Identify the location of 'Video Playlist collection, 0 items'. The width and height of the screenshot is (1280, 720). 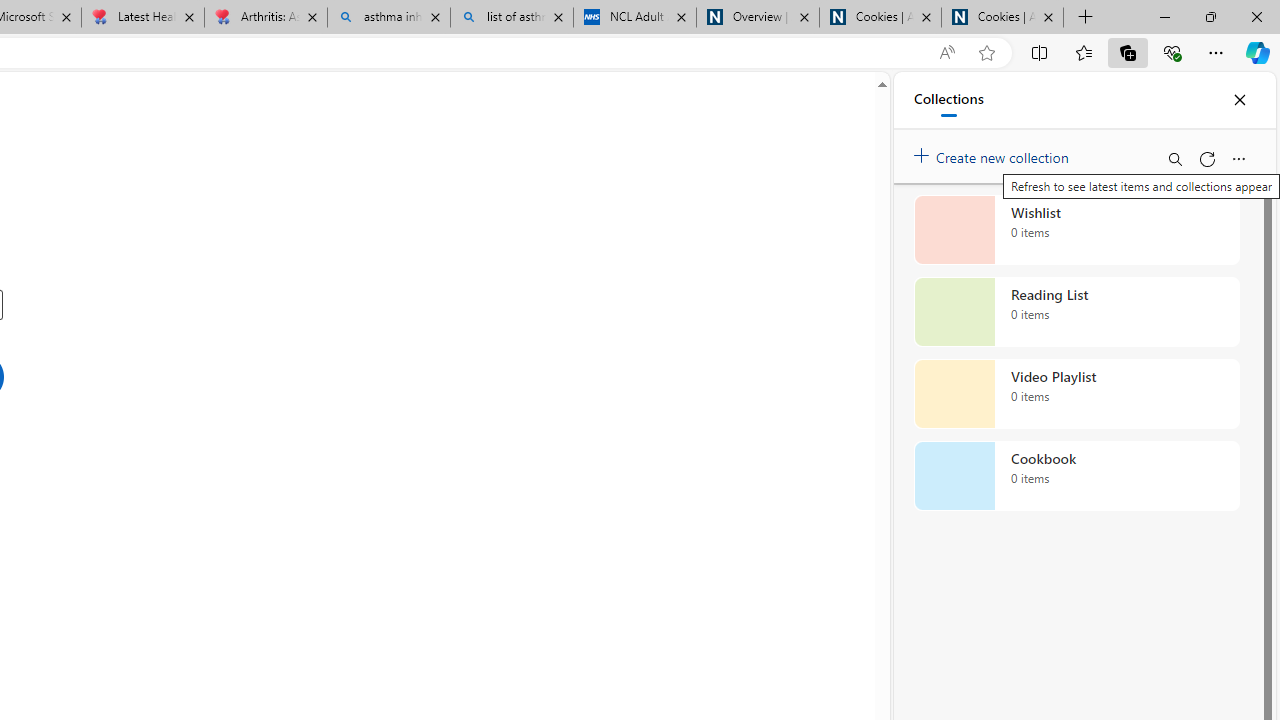
(1076, 394).